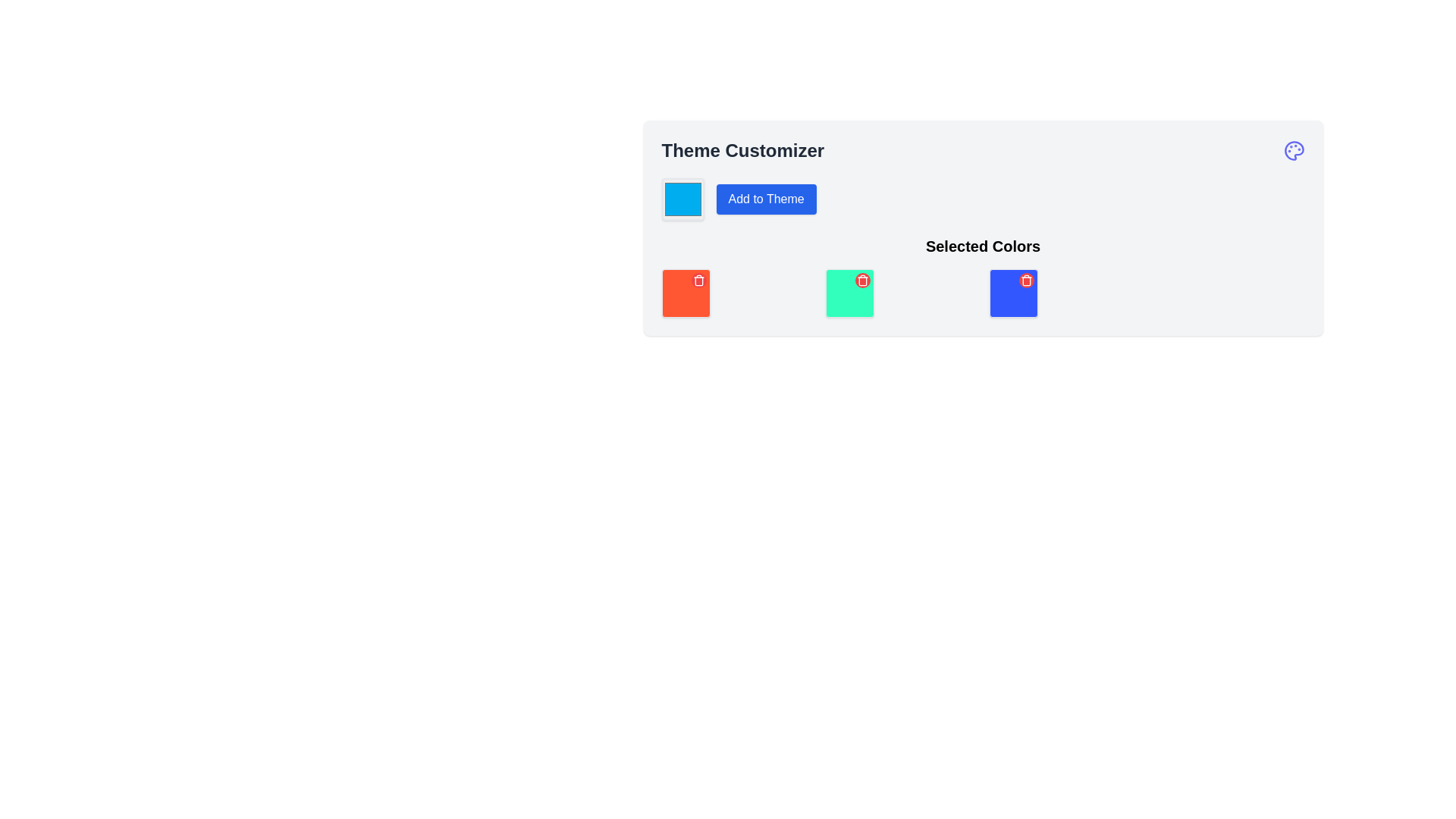 This screenshot has height=819, width=1456. I want to click on the small circular red delete icon located at the top right corner of the blue Color tile in the 'Selected Colors' grid, so click(1013, 293).